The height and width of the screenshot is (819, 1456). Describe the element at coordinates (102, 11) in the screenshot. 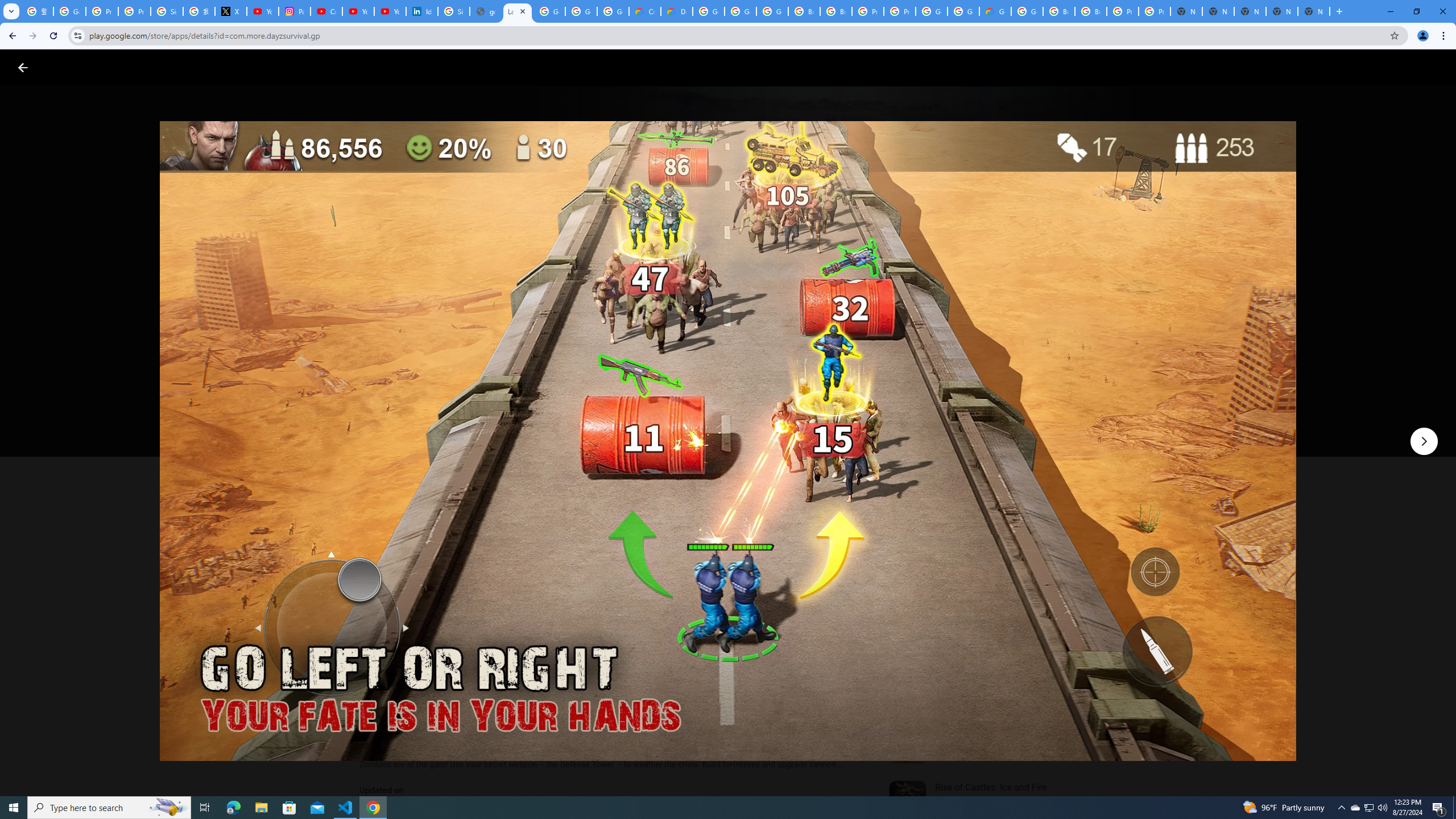

I see `'Privacy Help Center - Policies Help'` at that location.